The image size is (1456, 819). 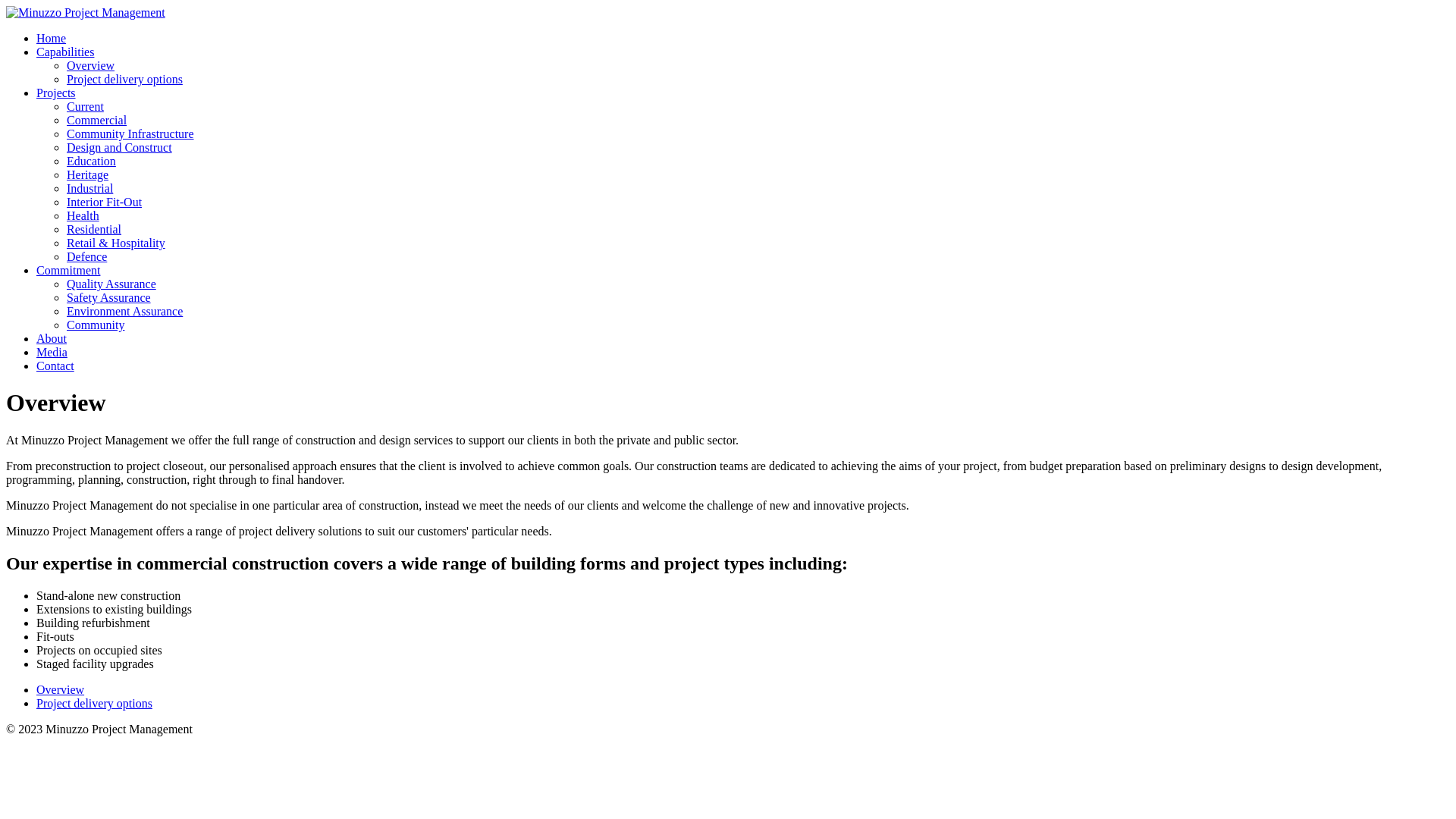 I want to click on 'About', so click(x=51, y=337).